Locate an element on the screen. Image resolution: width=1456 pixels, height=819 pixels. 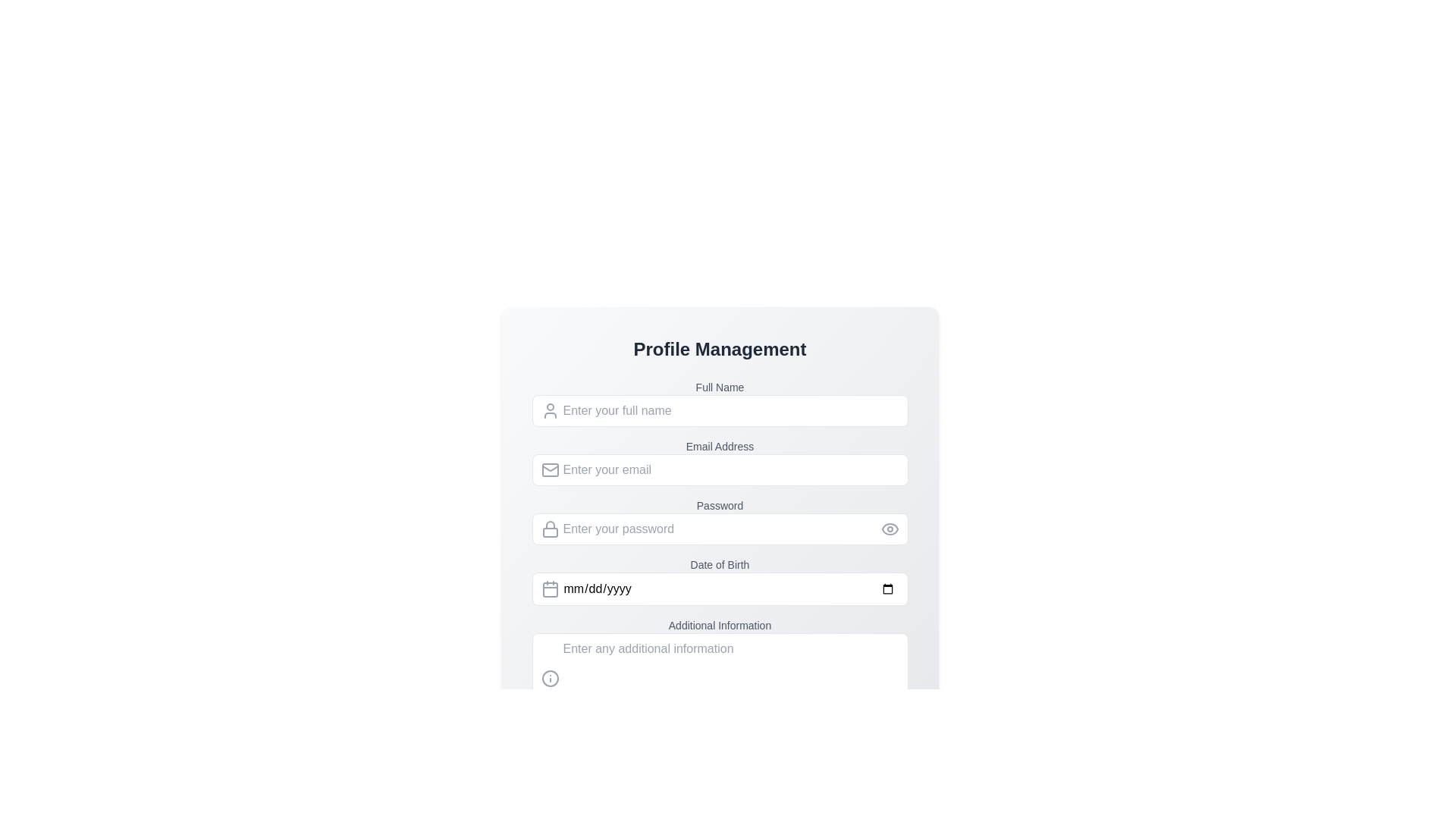
the gray eye icon located at the top-right corner of the password input field is located at coordinates (890, 529).